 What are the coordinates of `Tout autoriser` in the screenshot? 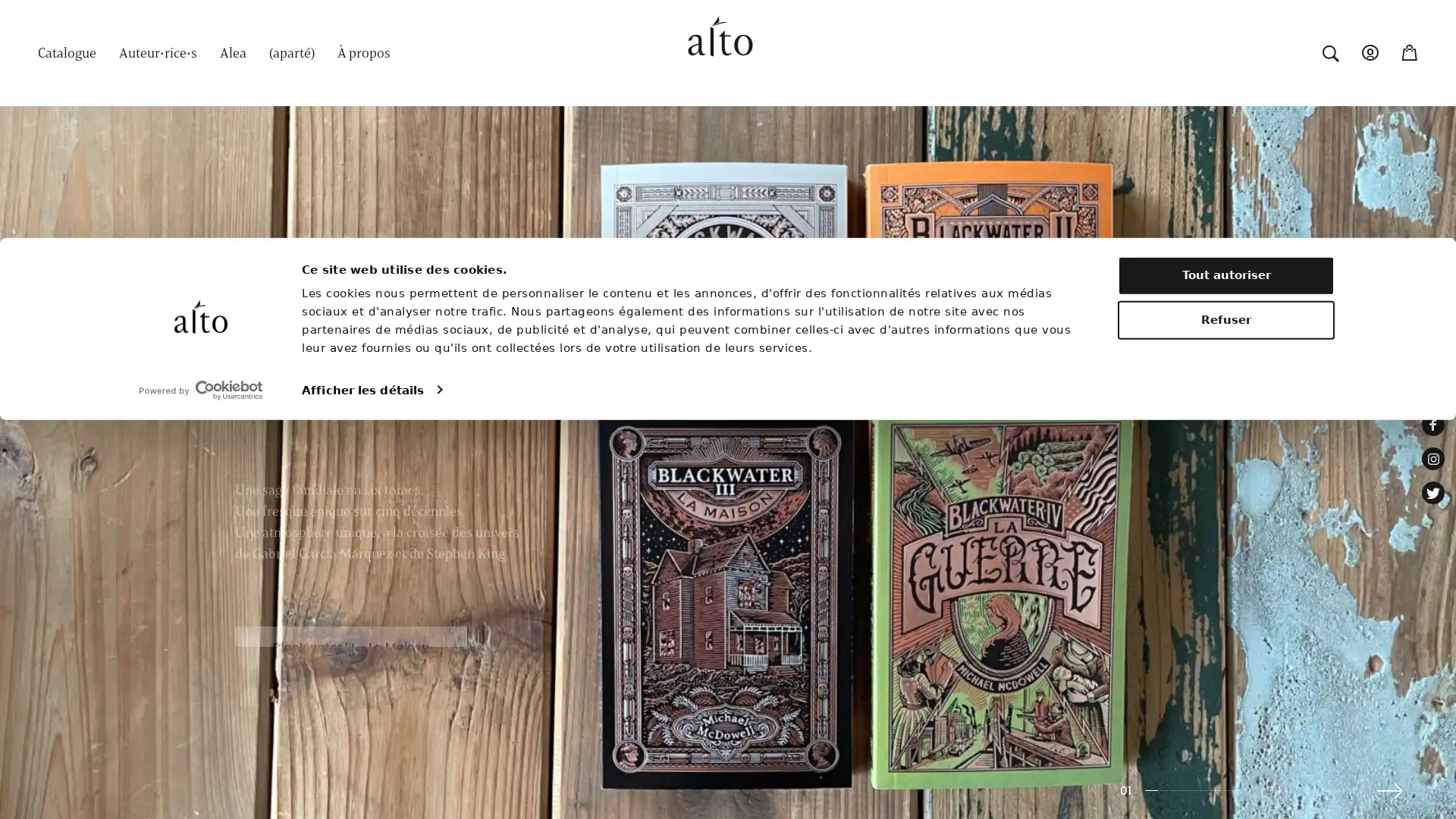 It's located at (1226, 674).